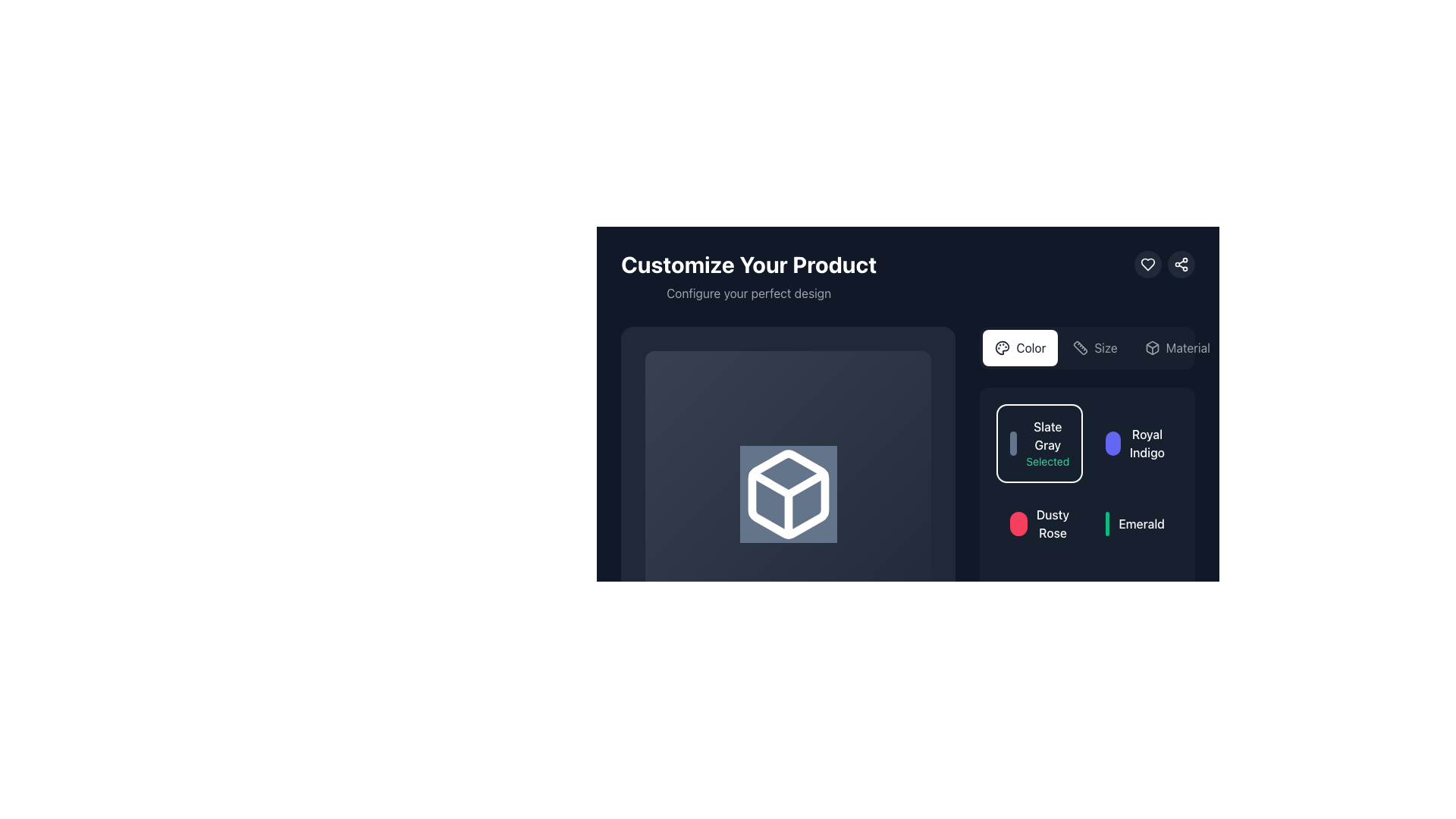  What do you see at coordinates (1080, 348) in the screenshot?
I see `the vector icon resembling a measuring ruler in the top-right corner of the interface` at bounding box center [1080, 348].